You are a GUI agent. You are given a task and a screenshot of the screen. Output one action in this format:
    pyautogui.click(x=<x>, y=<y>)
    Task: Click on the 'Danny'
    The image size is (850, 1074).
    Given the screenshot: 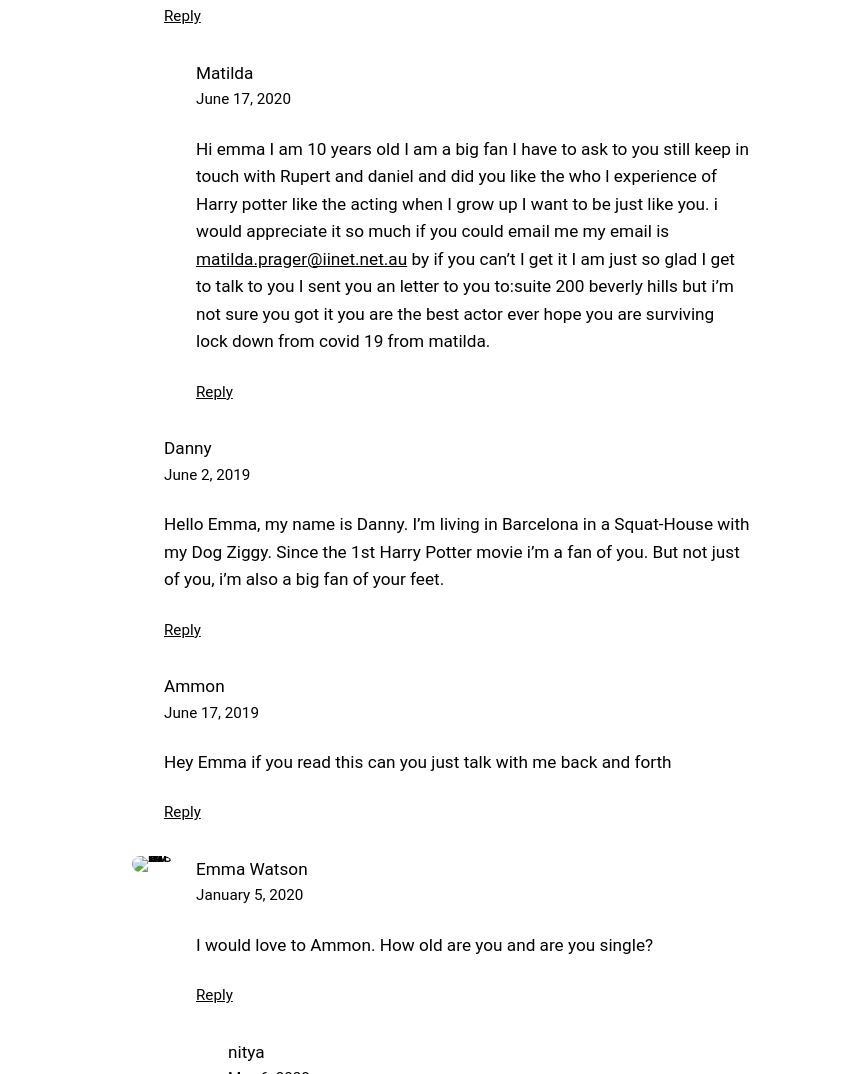 What is the action you would take?
    pyautogui.click(x=163, y=446)
    